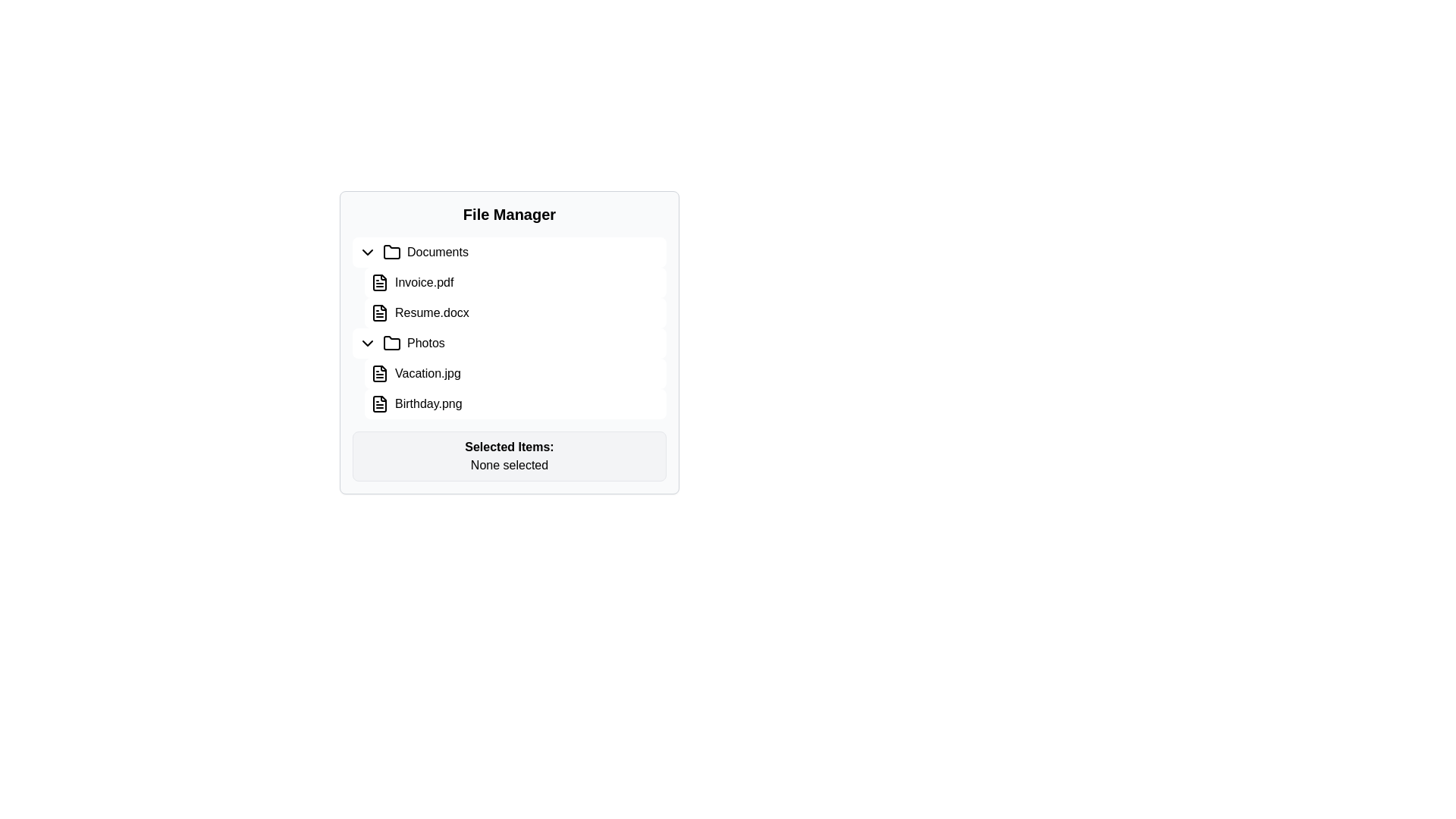 The image size is (1456, 819). I want to click on the list item representing files within the 'Photos' subfolder under the 'Documents' section, so click(510, 374).